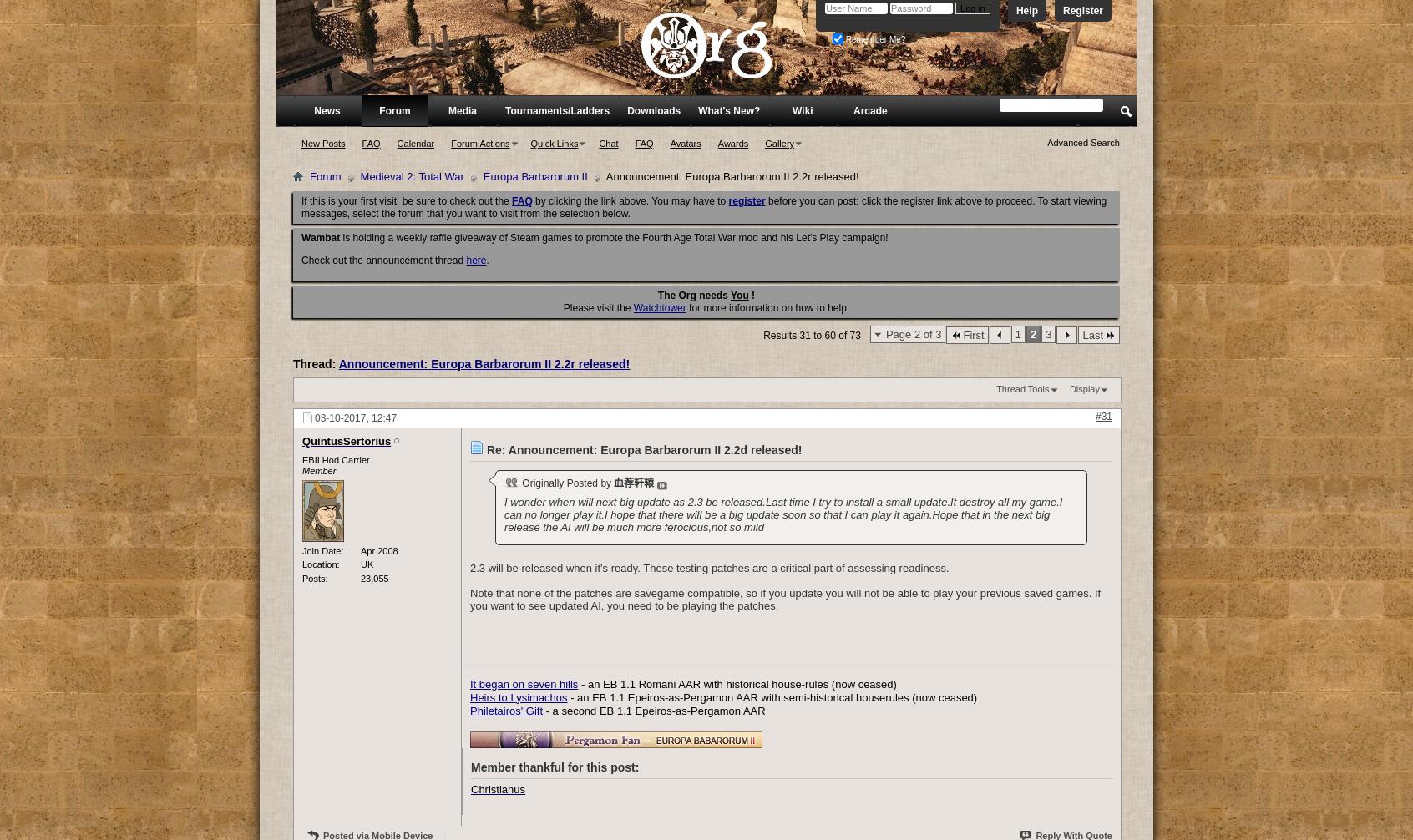  I want to click on 'Europa Barbarorum II', so click(534, 176).